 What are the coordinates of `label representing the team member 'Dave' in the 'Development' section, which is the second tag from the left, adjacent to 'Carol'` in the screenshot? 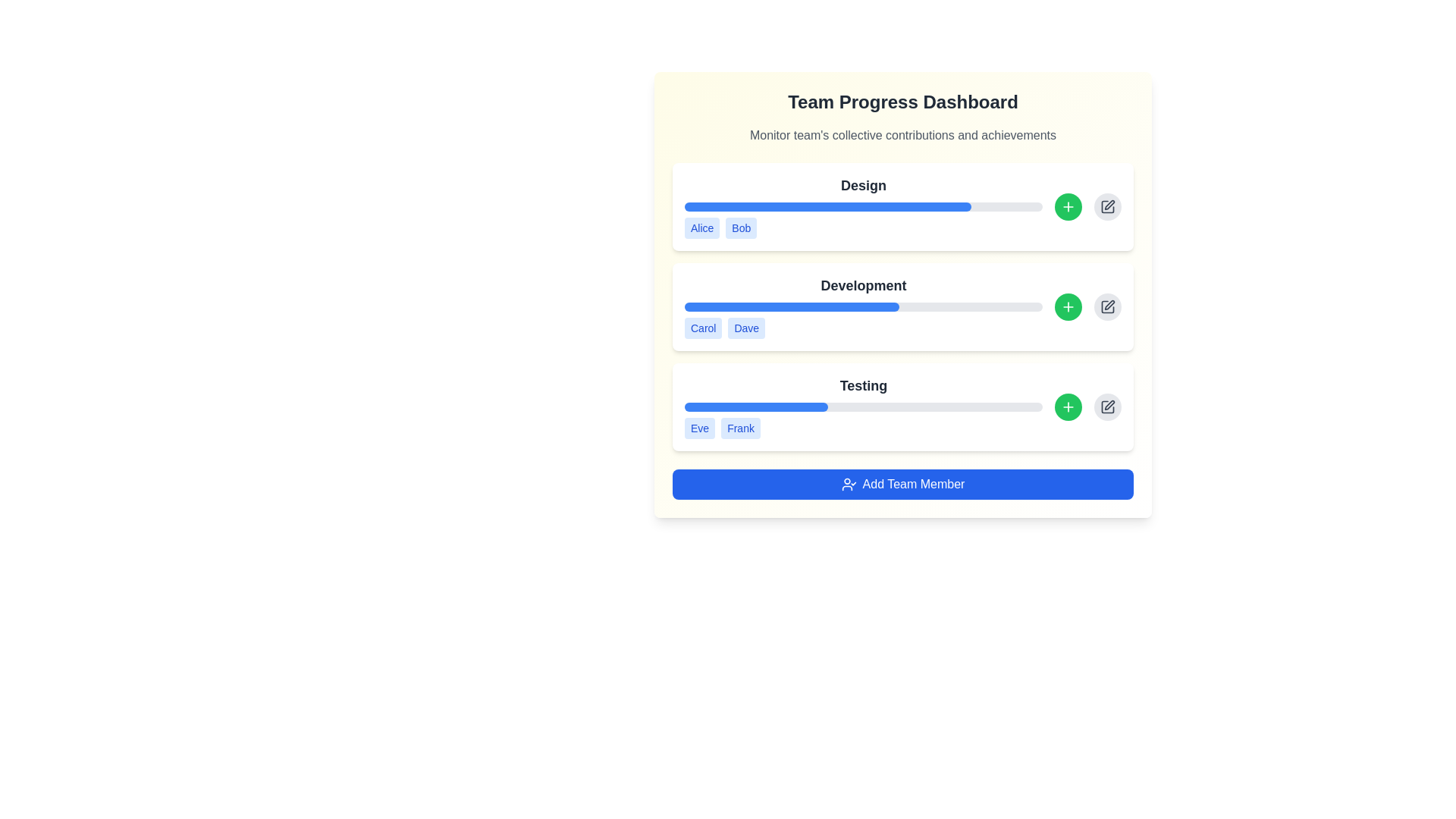 It's located at (746, 327).